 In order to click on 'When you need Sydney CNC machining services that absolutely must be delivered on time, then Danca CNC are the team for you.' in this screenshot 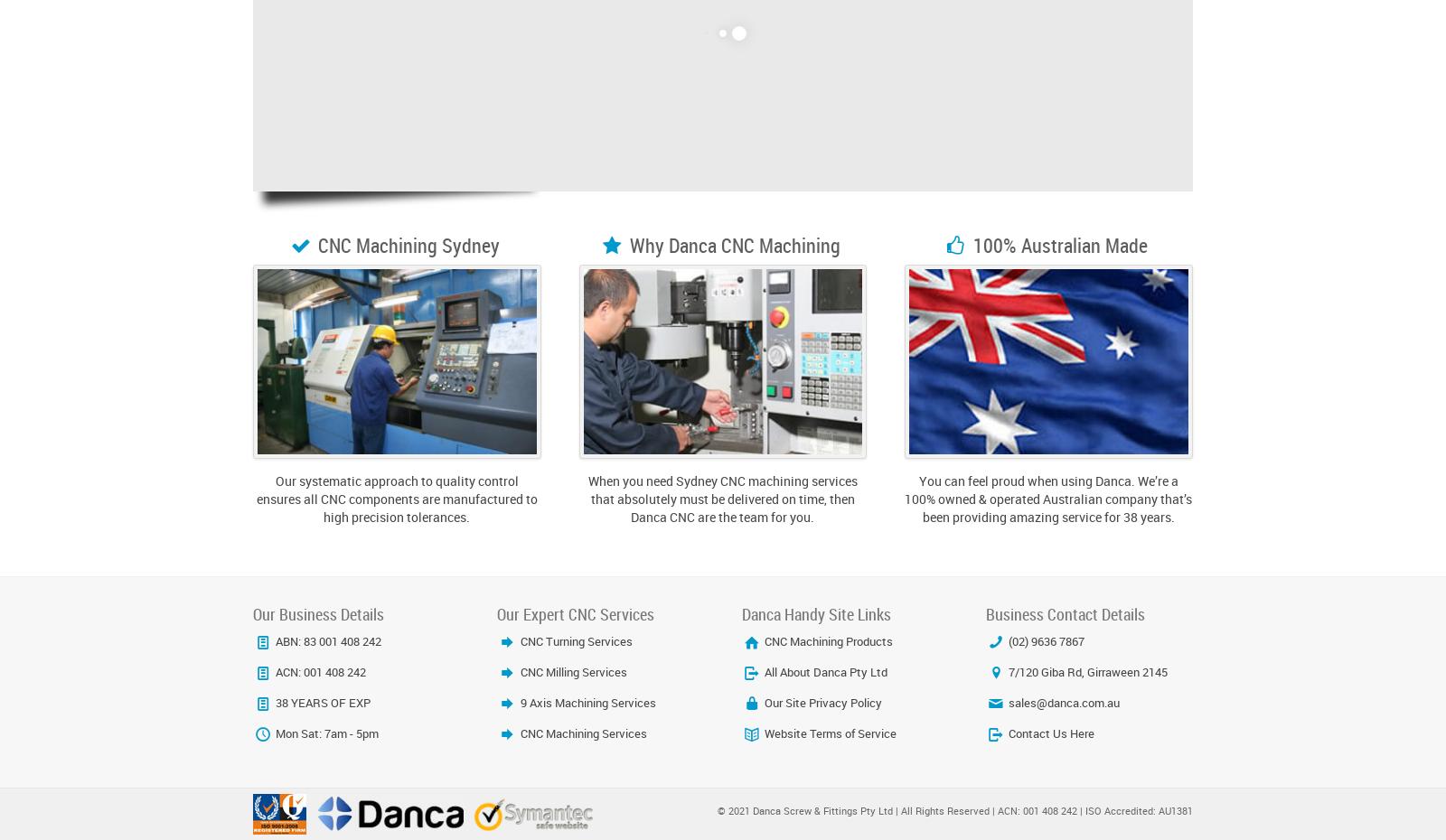, I will do `click(722, 498)`.